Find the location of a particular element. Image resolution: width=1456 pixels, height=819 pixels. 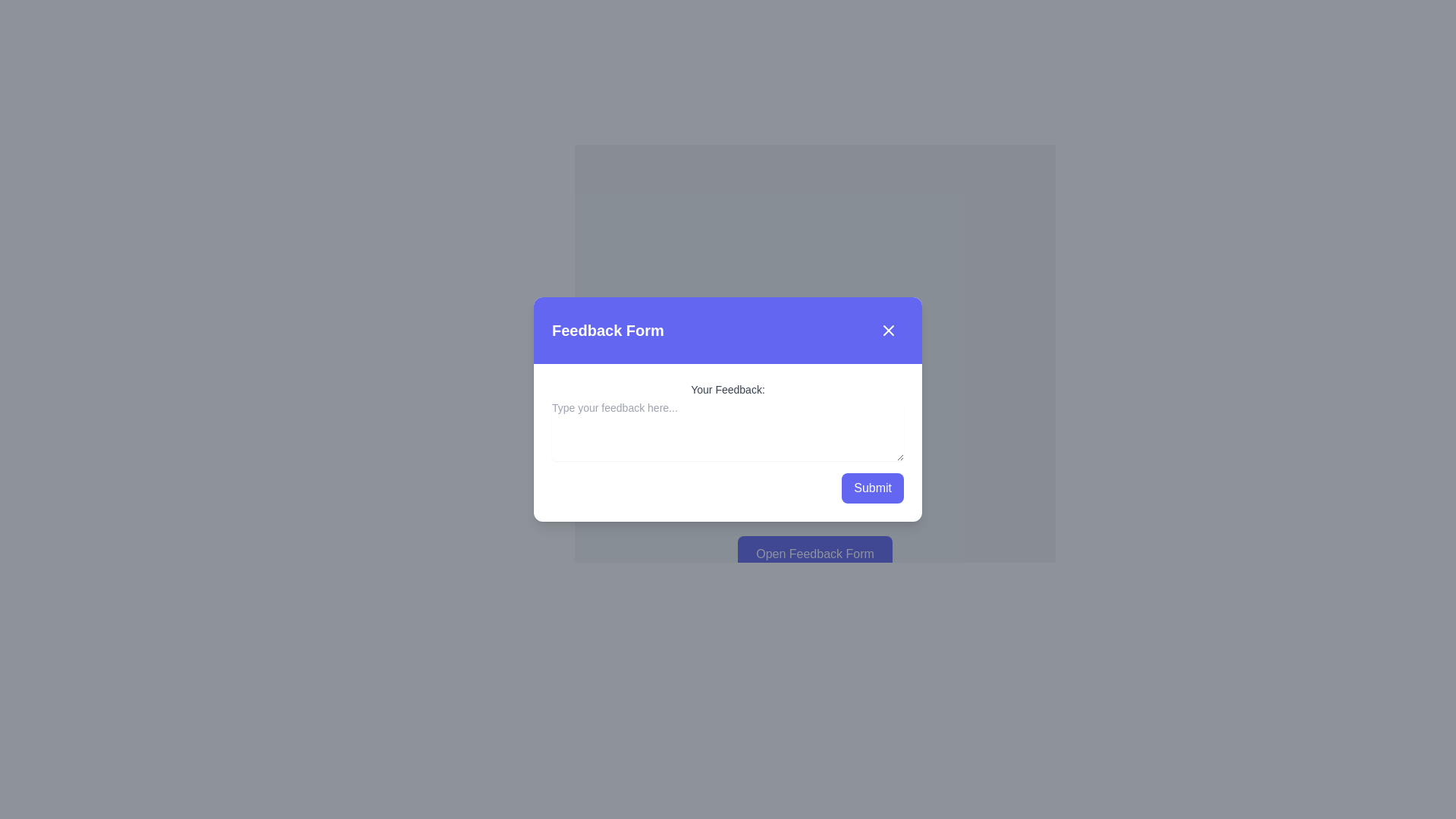

the close icon button in the top-right corner of the 'Feedback Form' modal is located at coordinates (888, 329).